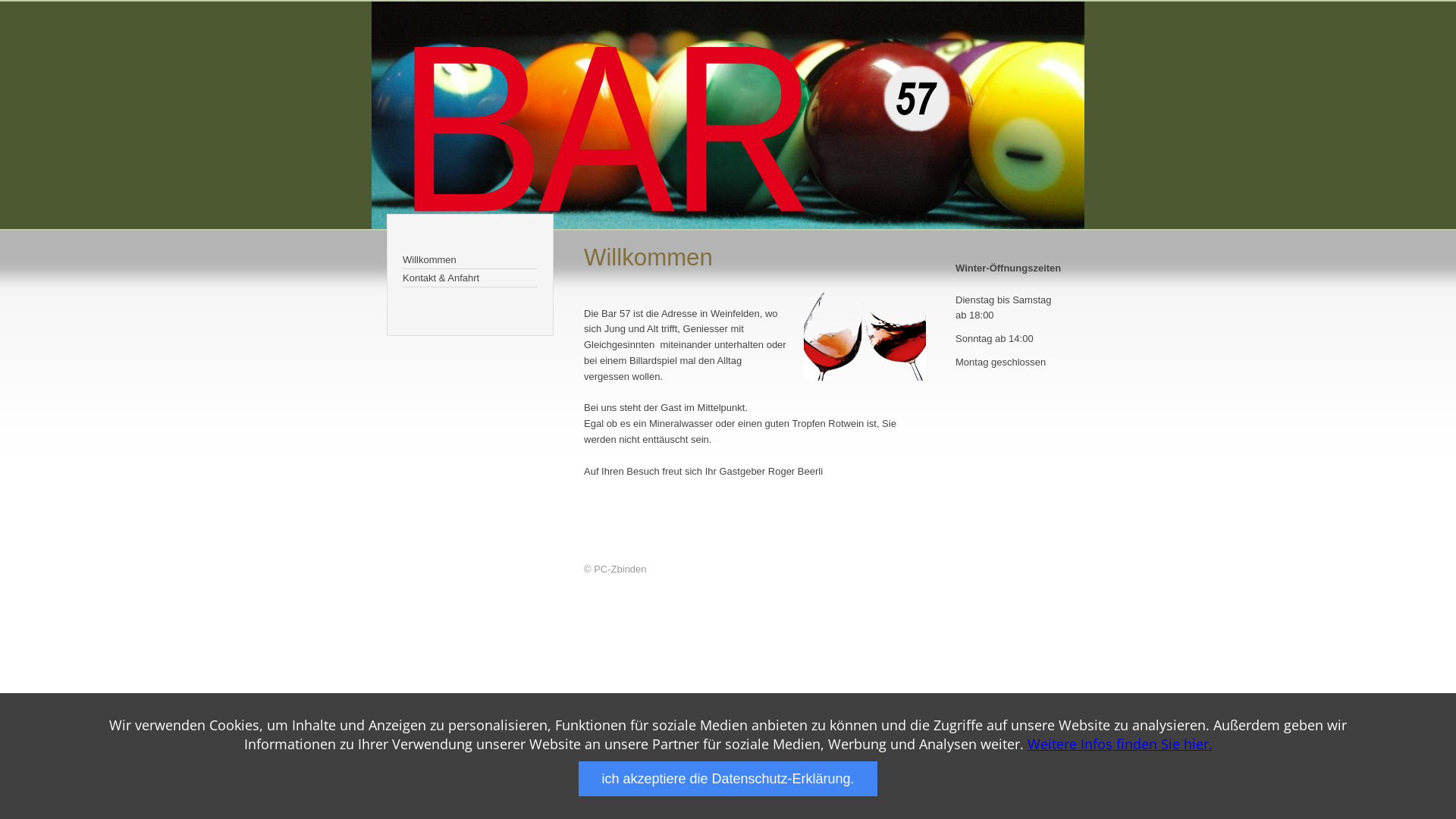 This screenshot has width=1456, height=819. I want to click on 'Willkommen', so click(469, 259).